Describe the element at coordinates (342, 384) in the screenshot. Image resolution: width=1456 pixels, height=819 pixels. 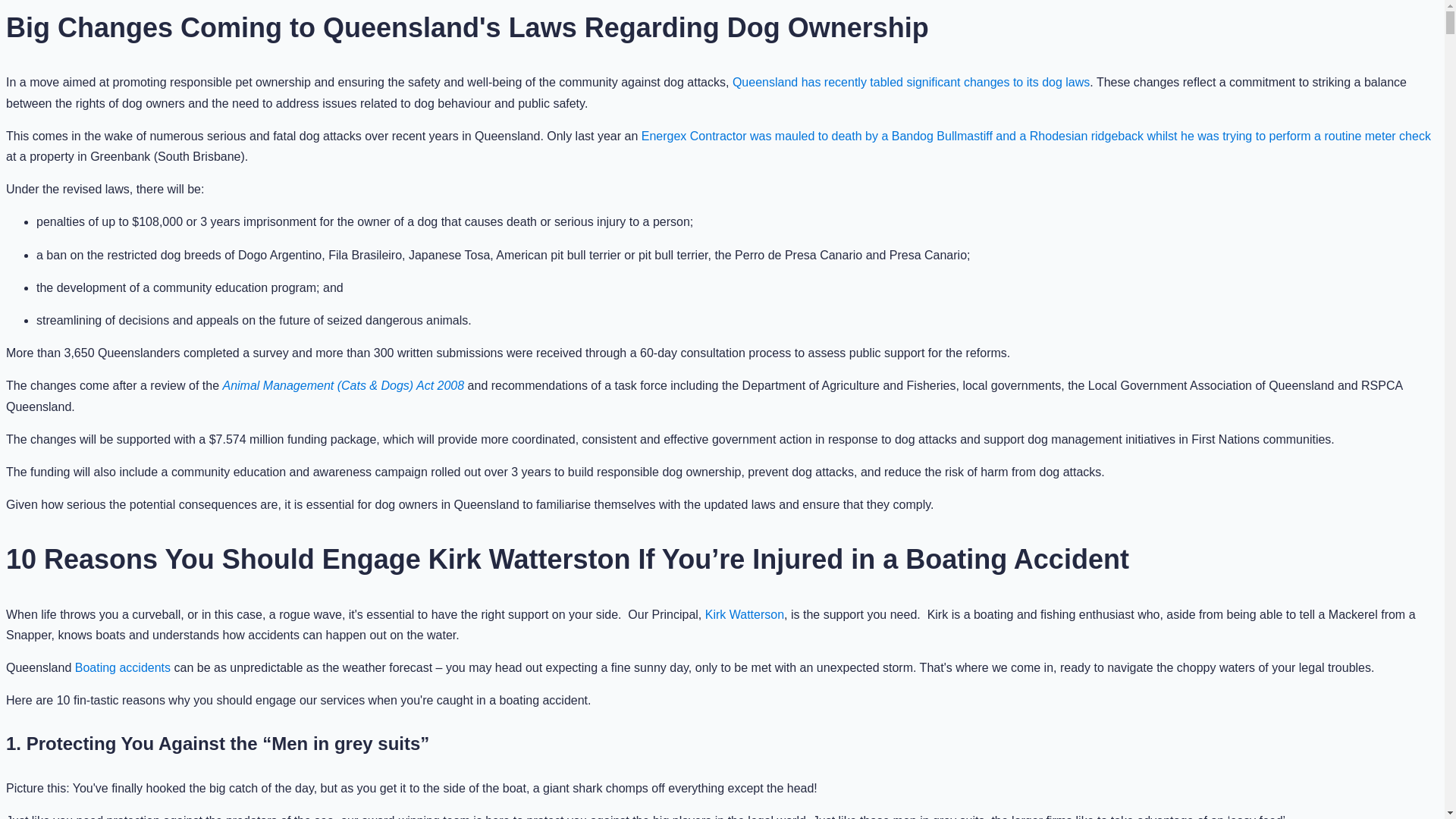
I see `'Animal Management (Cats & Dogs) Act 2008'` at that location.